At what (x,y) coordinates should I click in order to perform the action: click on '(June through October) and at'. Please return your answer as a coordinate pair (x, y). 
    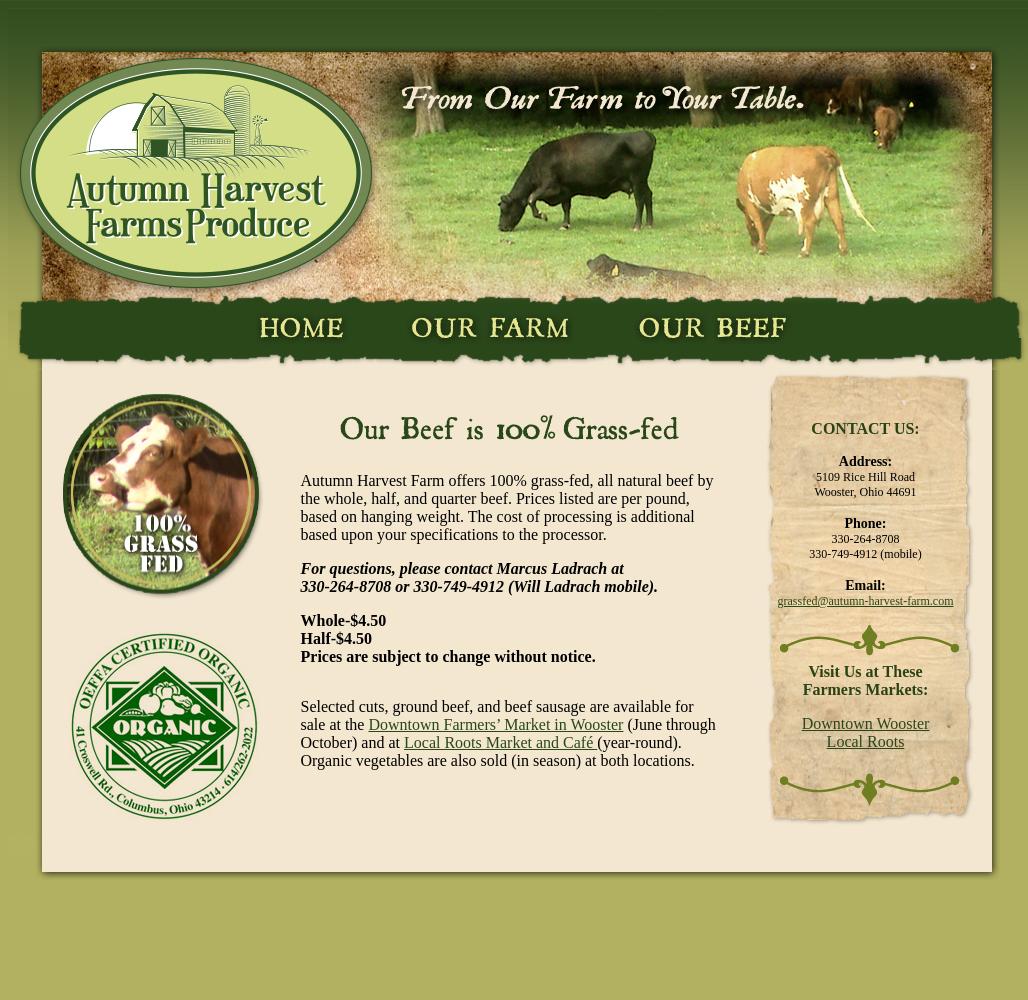
    Looking at the image, I should click on (506, 732).